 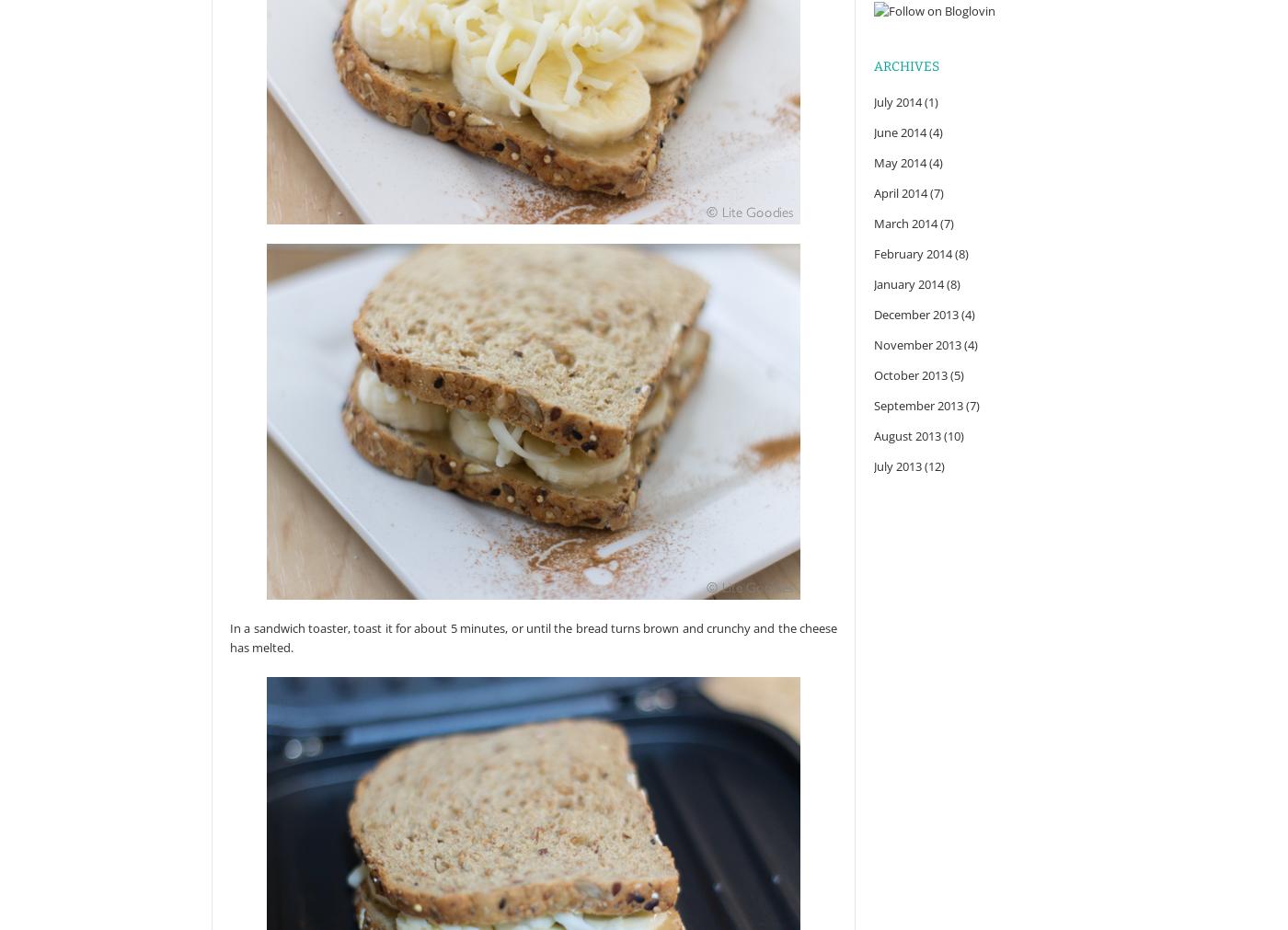 I want to click on 'October 2013', so click(x=910, y=374).